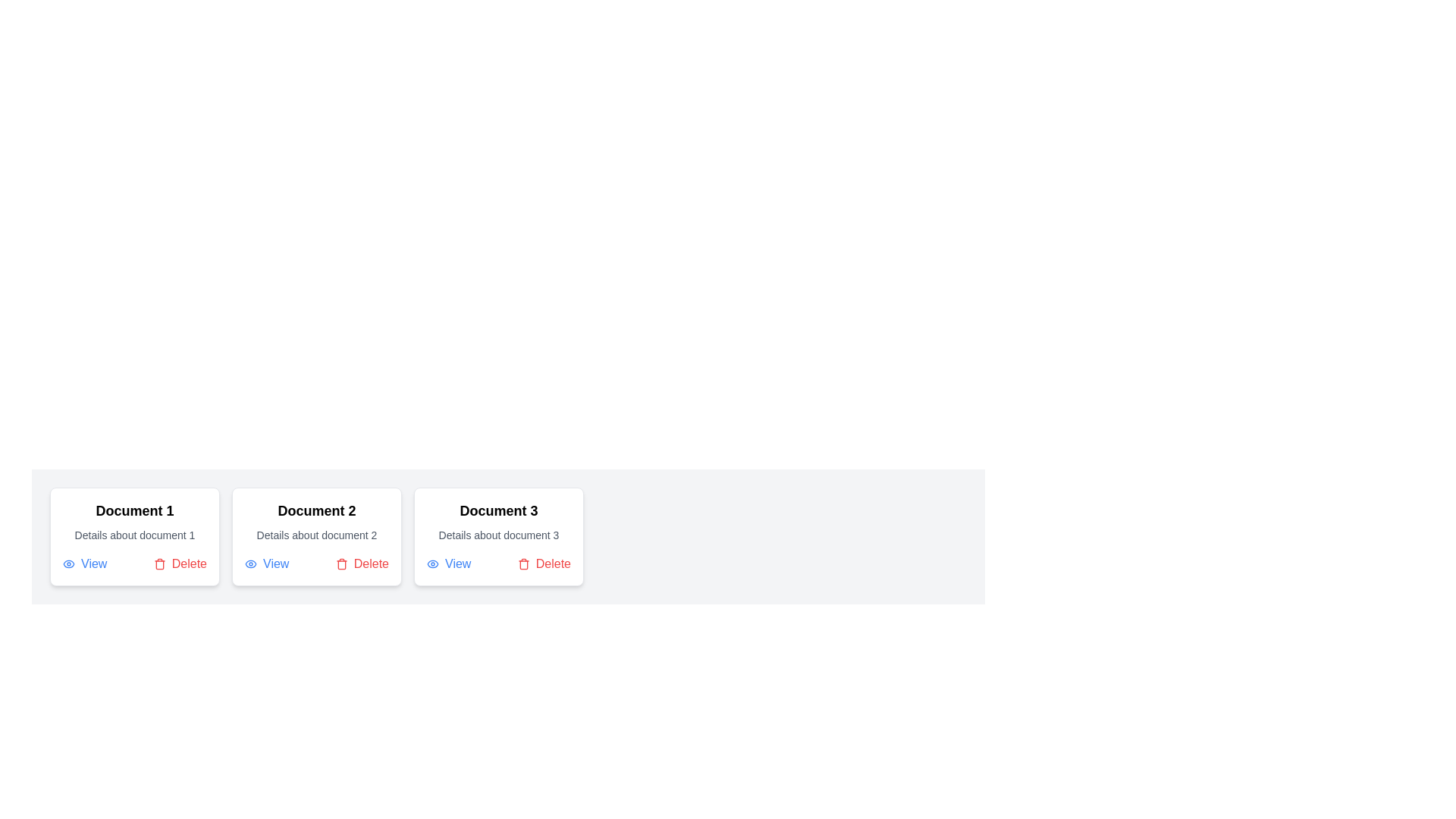 The height and width of the screenshot is (819, 1456). I want to click on the outer region of the eye-shaped icon within the 'Document 3' card to indicate a 'view' or 'preview' action, so click(432, 564).